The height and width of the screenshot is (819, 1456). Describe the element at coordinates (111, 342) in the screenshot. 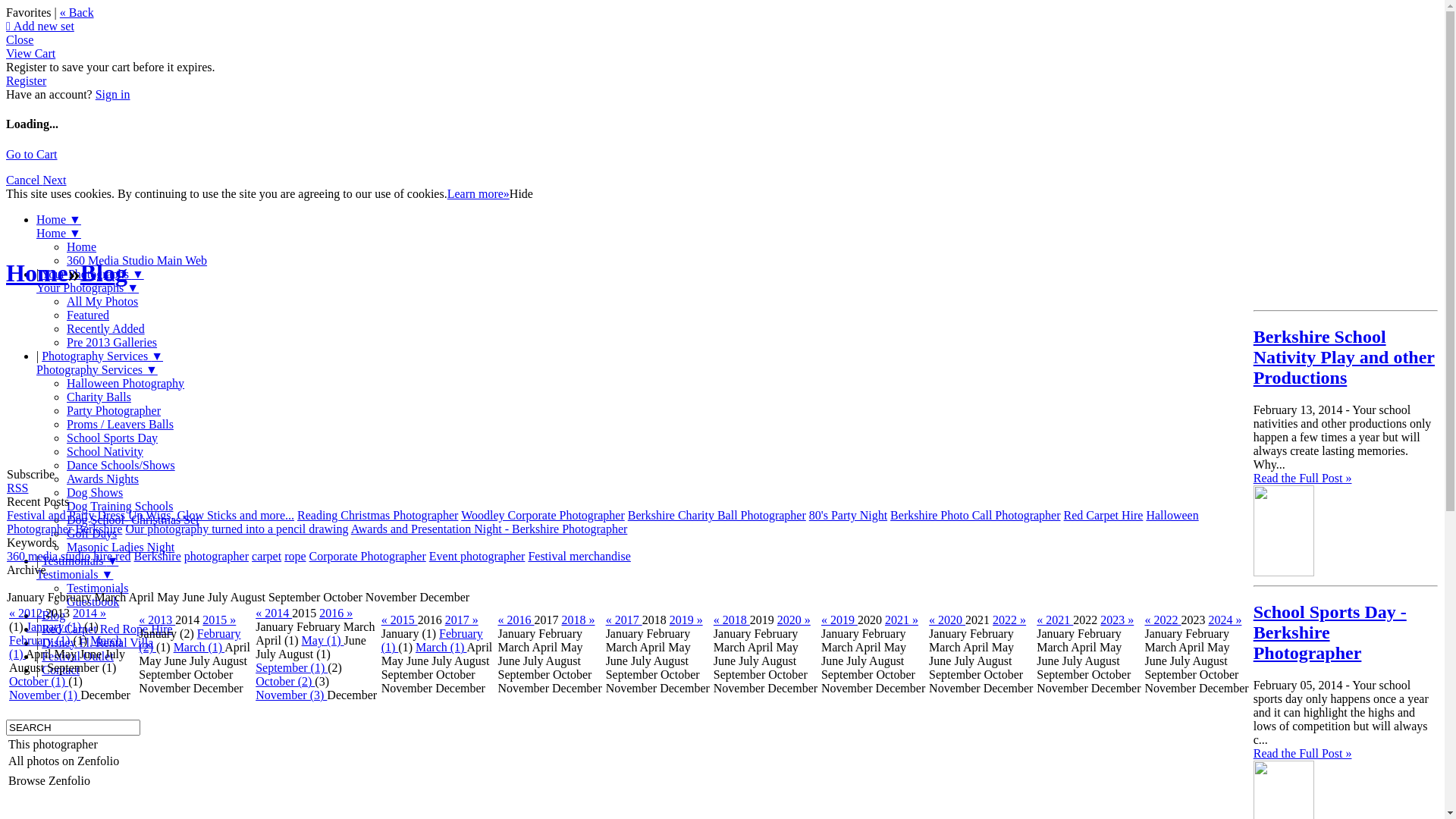

I see `'Pre 2013 Galleries'` at that location.